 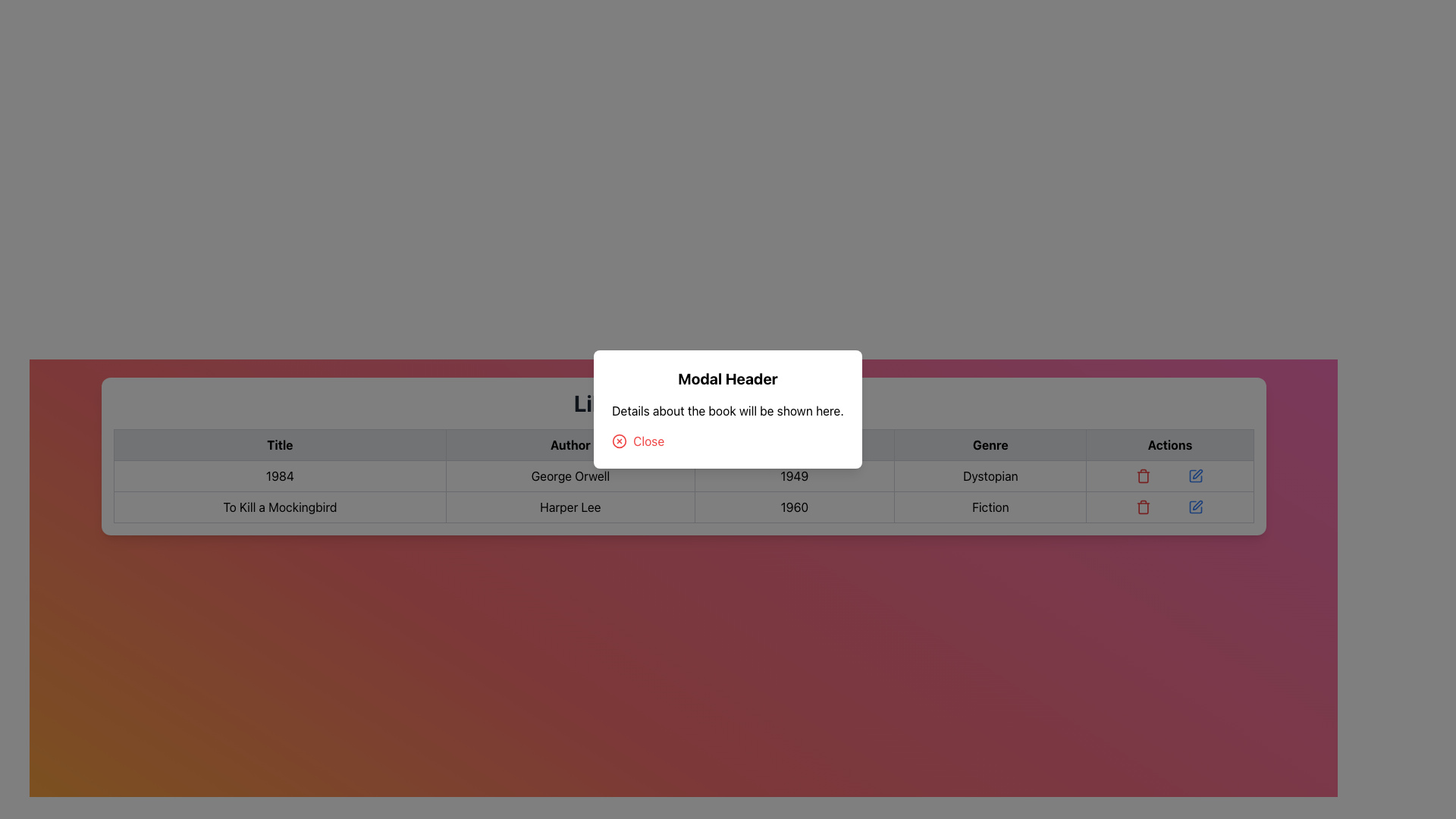 I want to click on the pen icon button in the 'Actions' column of the second row in the table, so click(x=1197, y=473).